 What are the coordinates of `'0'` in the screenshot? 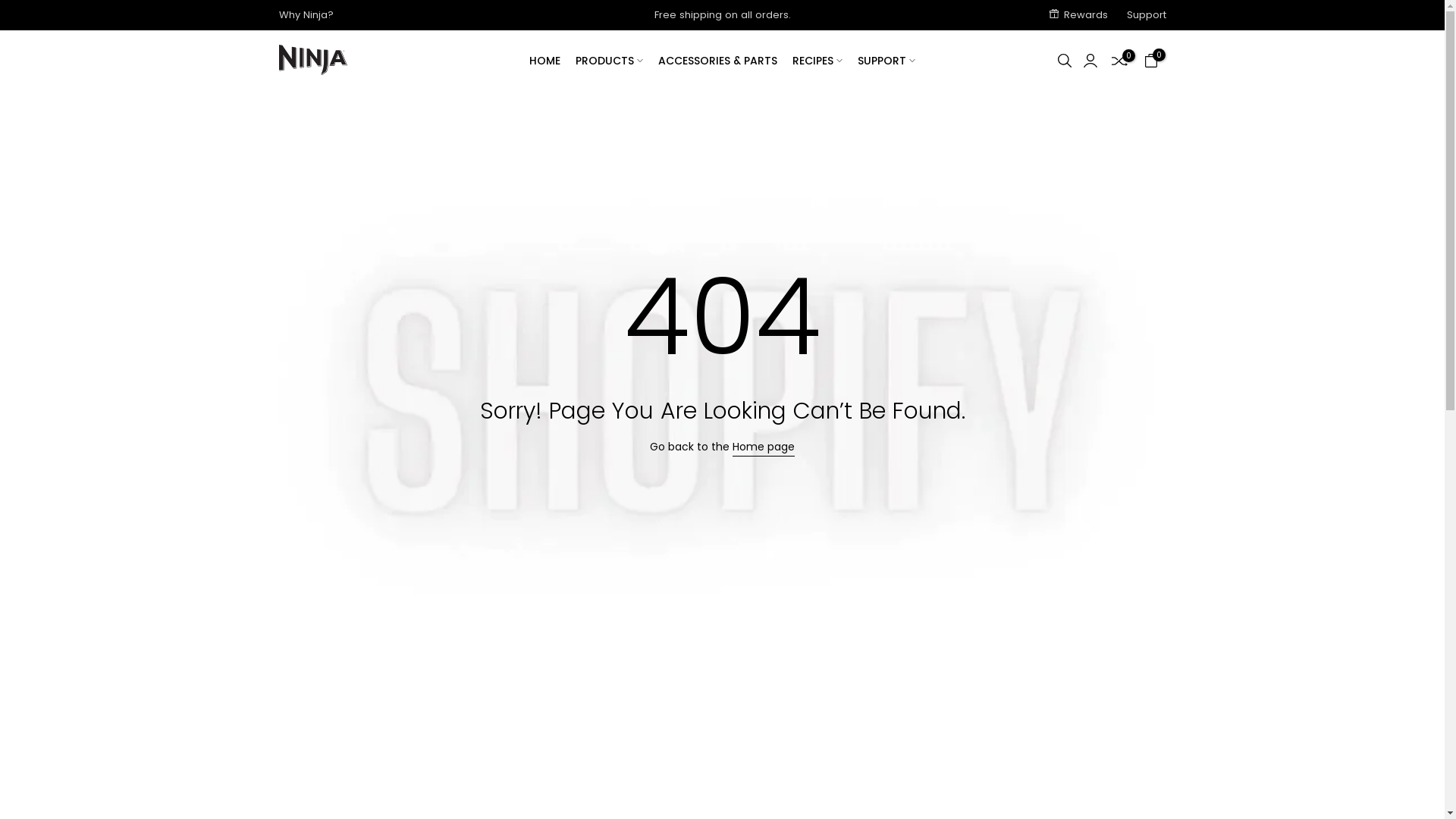 It's located at (1119, 60).